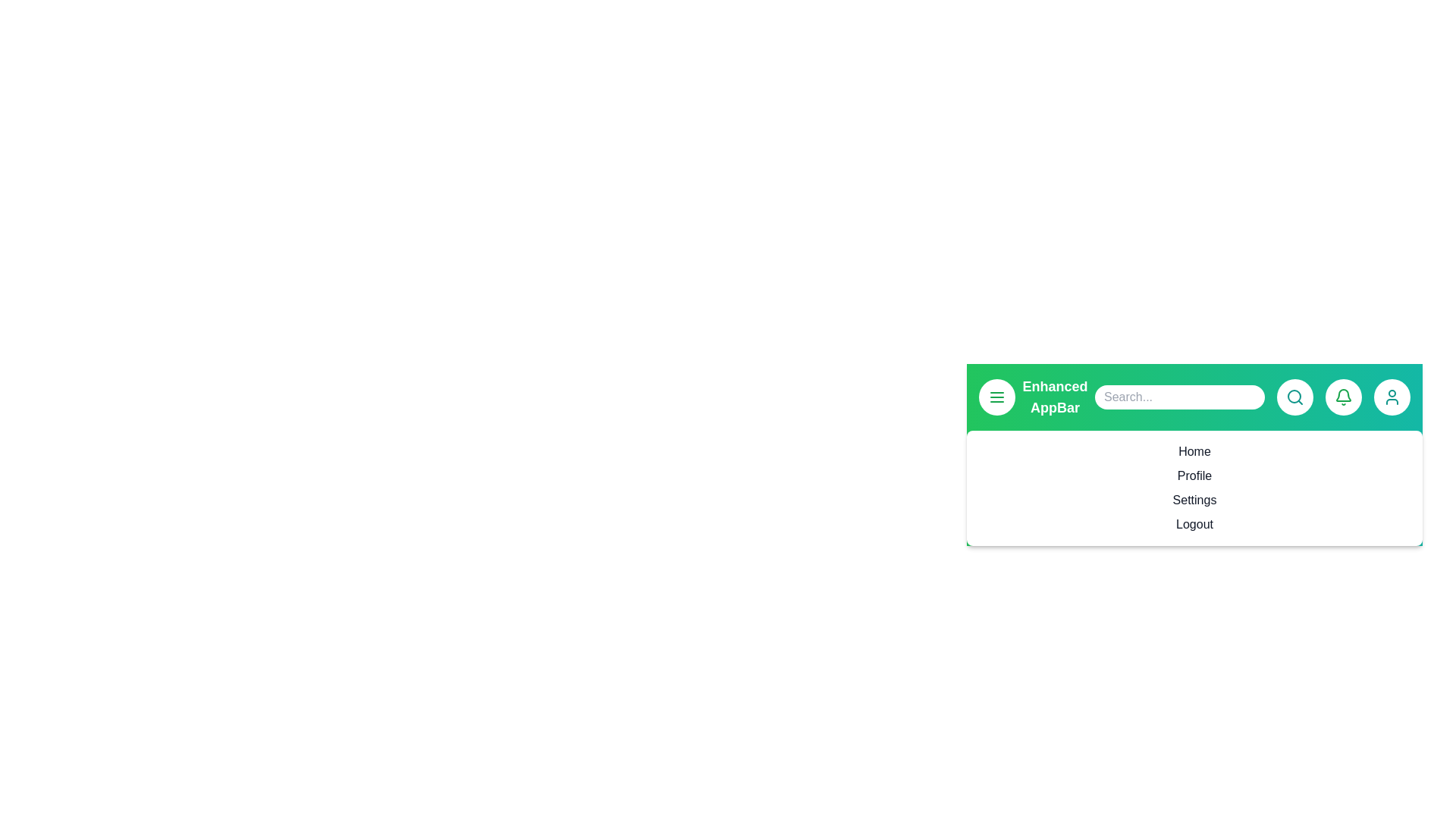 The height and width of the screenshot is (819, 1456). What do you see at coordinates (1194, 475) in the screenshot?
I see `the menu item Profile from the EnhancedAppBar` at bounding box center [1194, 475].